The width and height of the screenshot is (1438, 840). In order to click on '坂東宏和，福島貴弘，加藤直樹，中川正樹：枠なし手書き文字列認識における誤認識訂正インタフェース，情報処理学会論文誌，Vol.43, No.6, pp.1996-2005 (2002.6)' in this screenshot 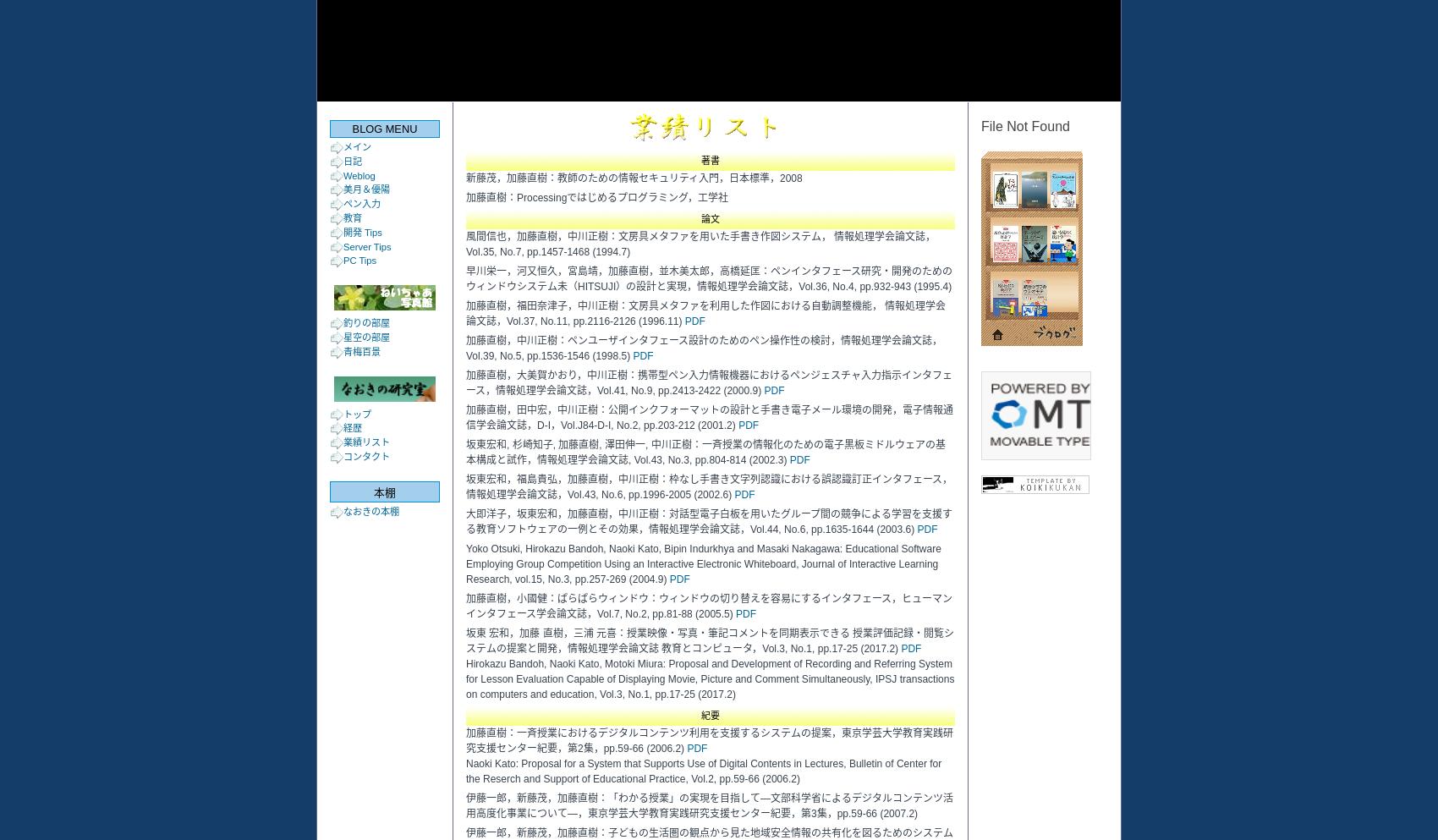, I will do `click(708, 487)`.